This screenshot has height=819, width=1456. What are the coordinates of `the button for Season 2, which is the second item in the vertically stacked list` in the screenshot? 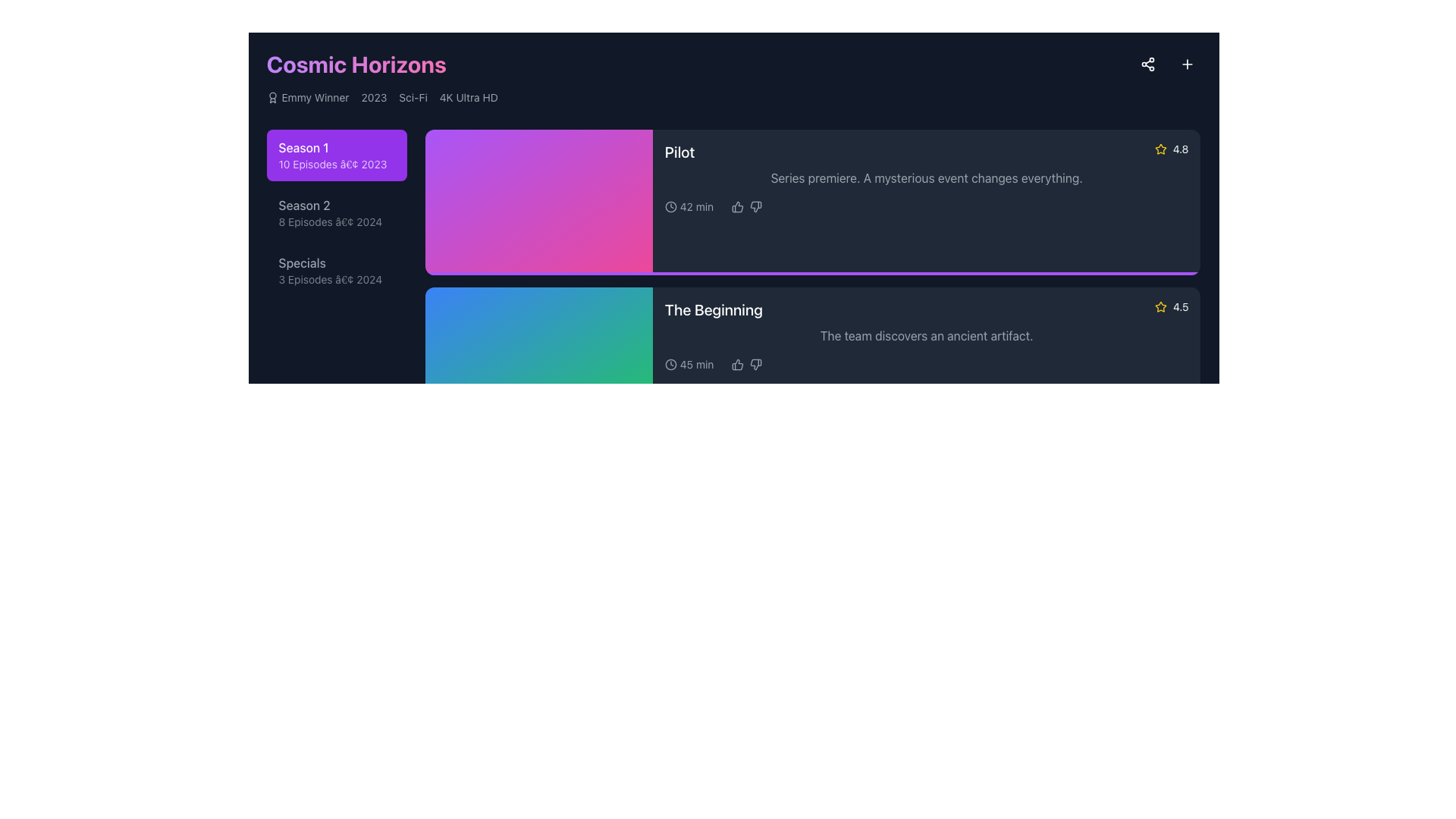 It's located at (336, 213).